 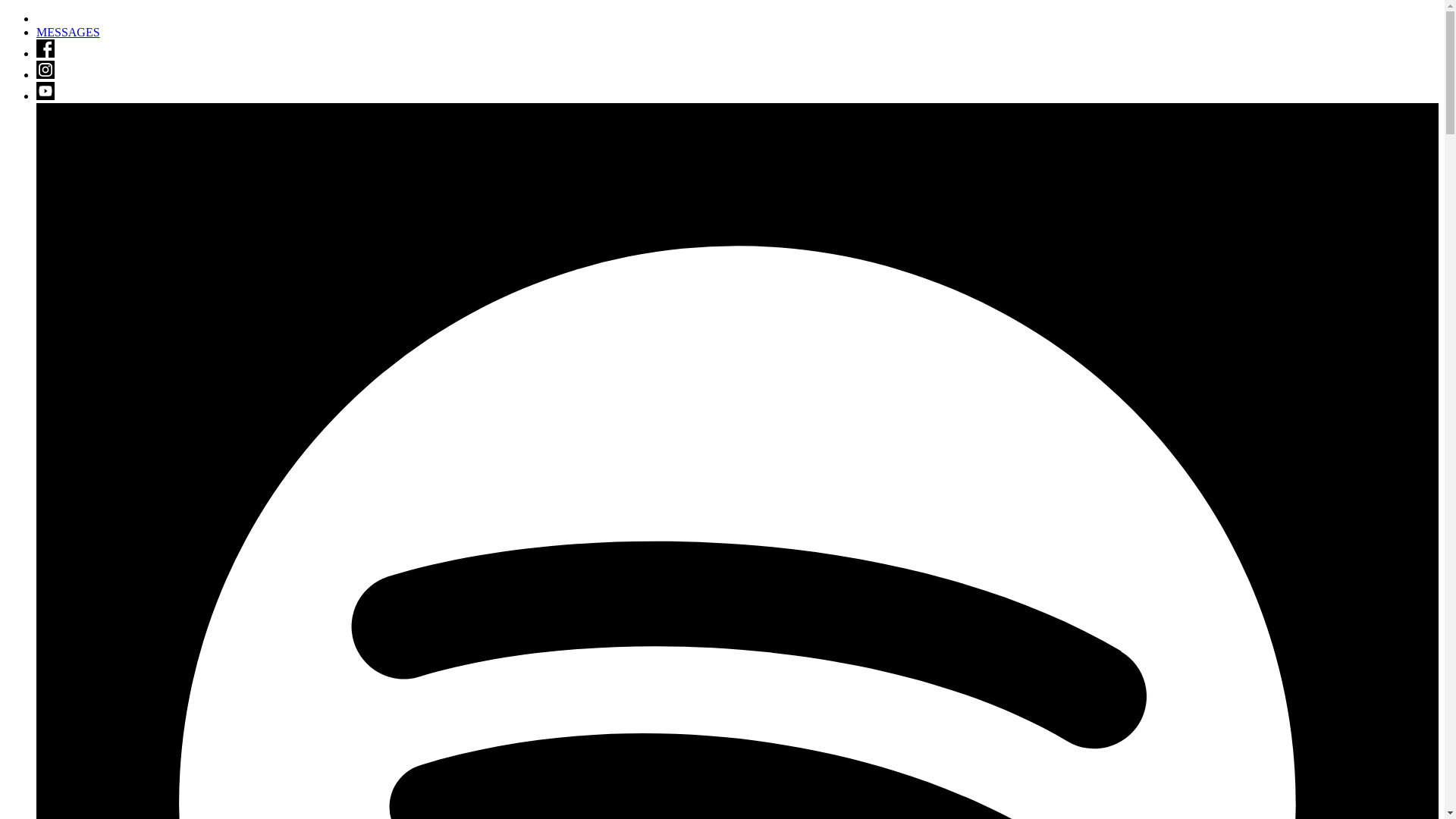 What do you see at coordinates (36, 32) in the screenshot?
I see `'MESSAGES'` at bounding box center [36, 32].